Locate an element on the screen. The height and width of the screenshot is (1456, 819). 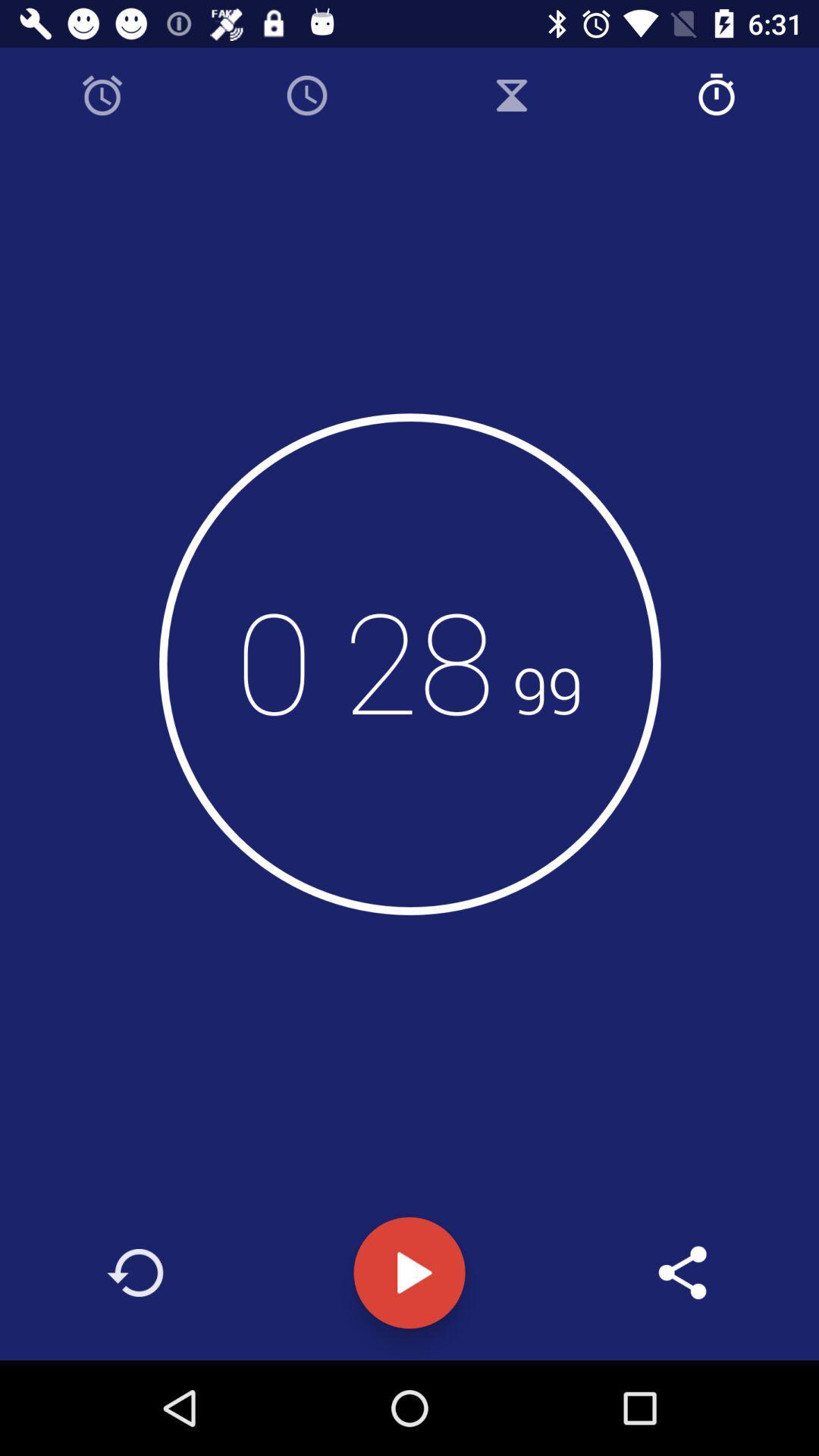
the arrow_forward icon is located at coordinates (136, 1272).